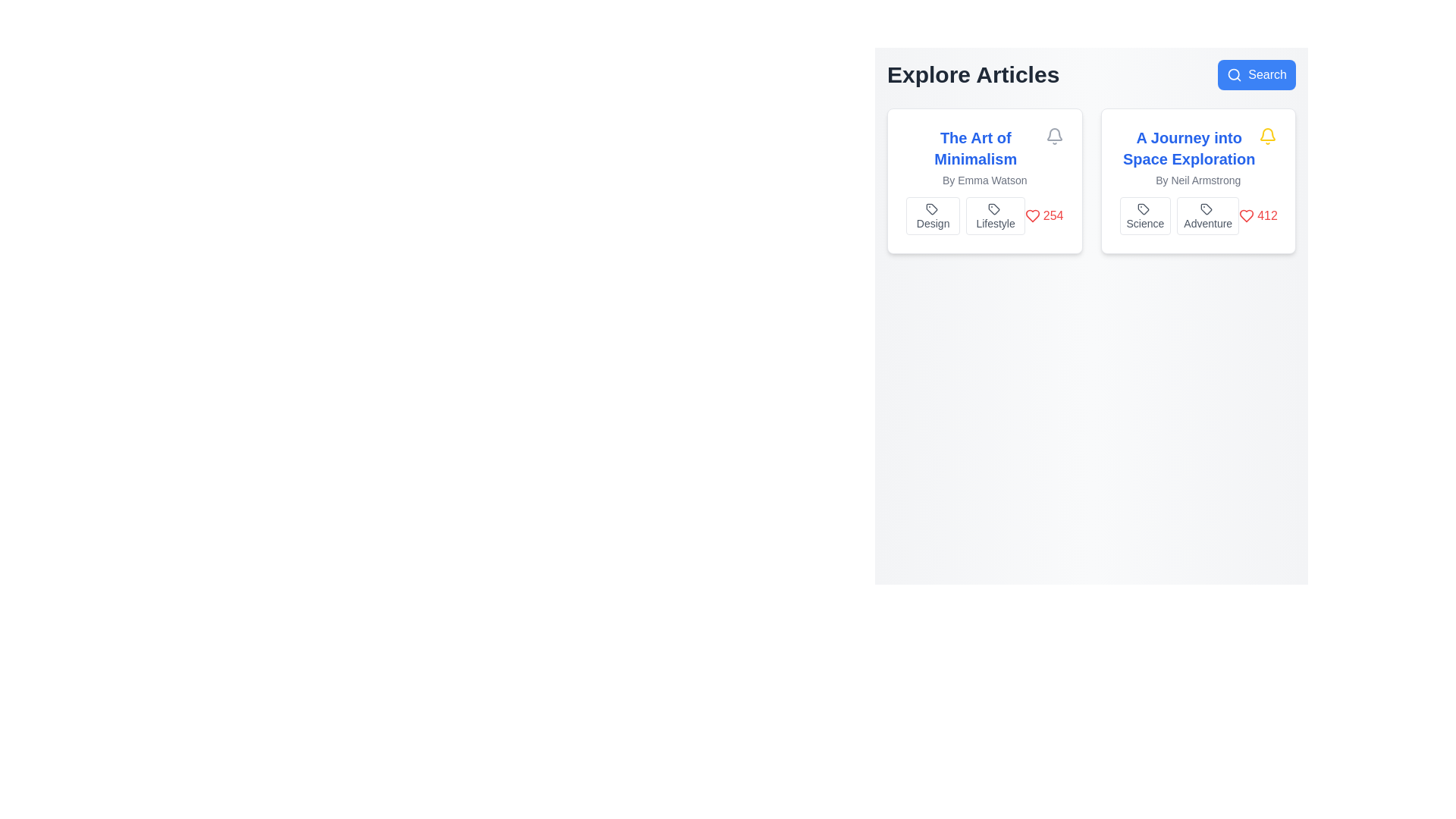 This screenshot has width=1456, height=819. Describe the element at coordinates (1197, 158) in the screenshot. I see `the Text element displaying the title 'A Journey into Space Exploration' and the subtitle 'By Neil Armstrong', which is located in the top section of the second card` at that location.